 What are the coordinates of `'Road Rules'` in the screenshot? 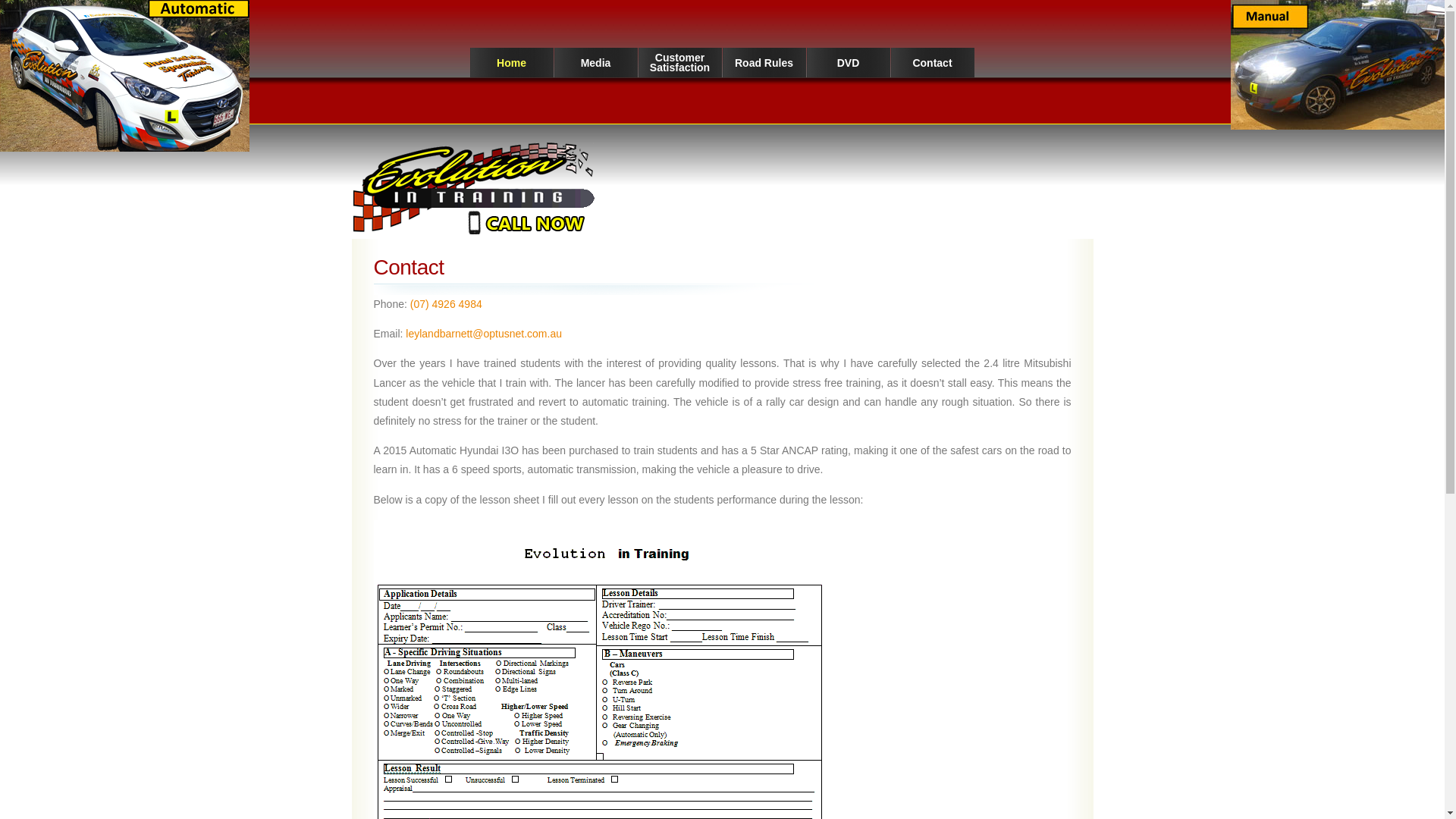 It's located at (720, 63).